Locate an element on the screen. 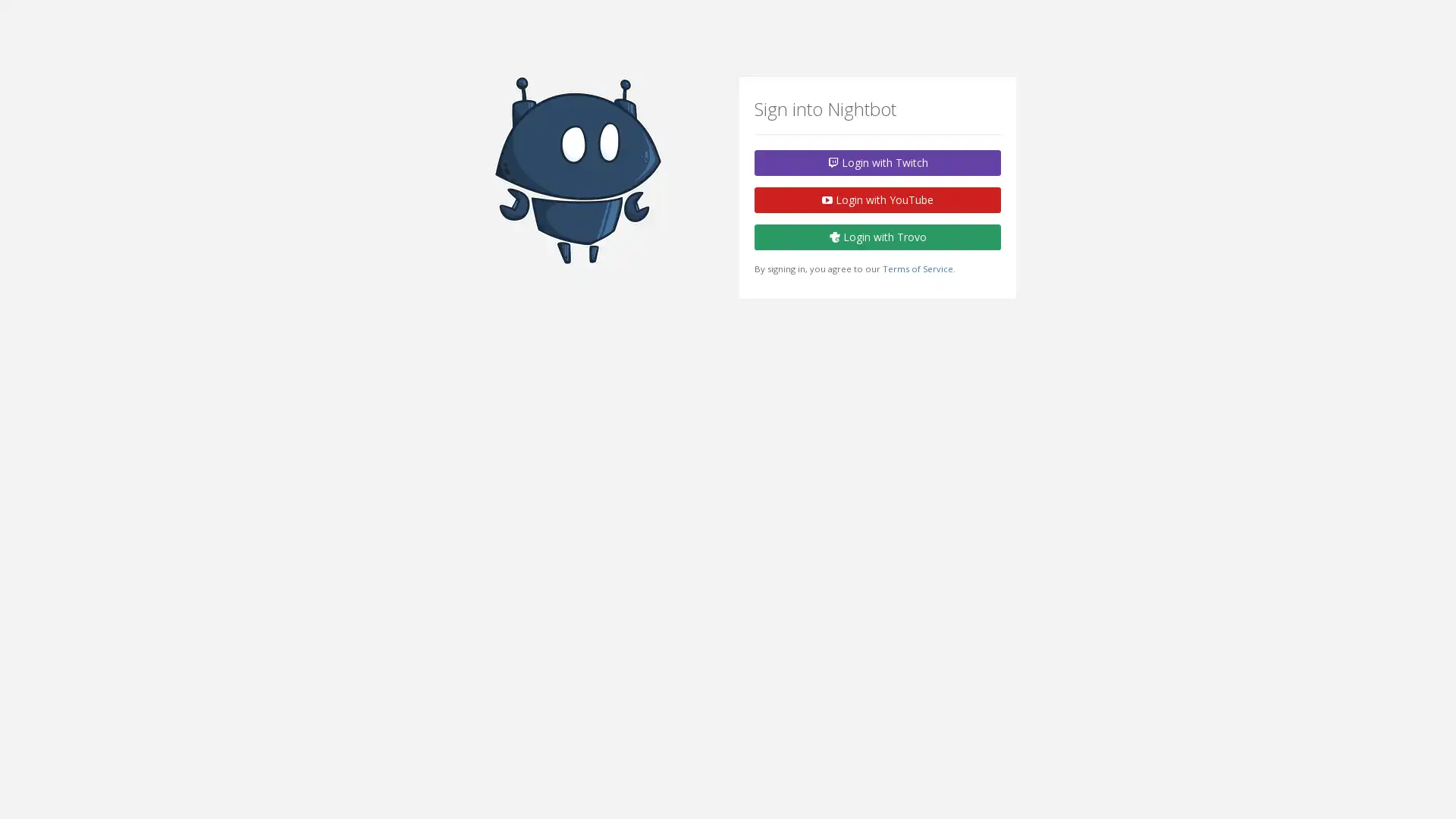  Login with YouTube is located at coordinates (877, 199).